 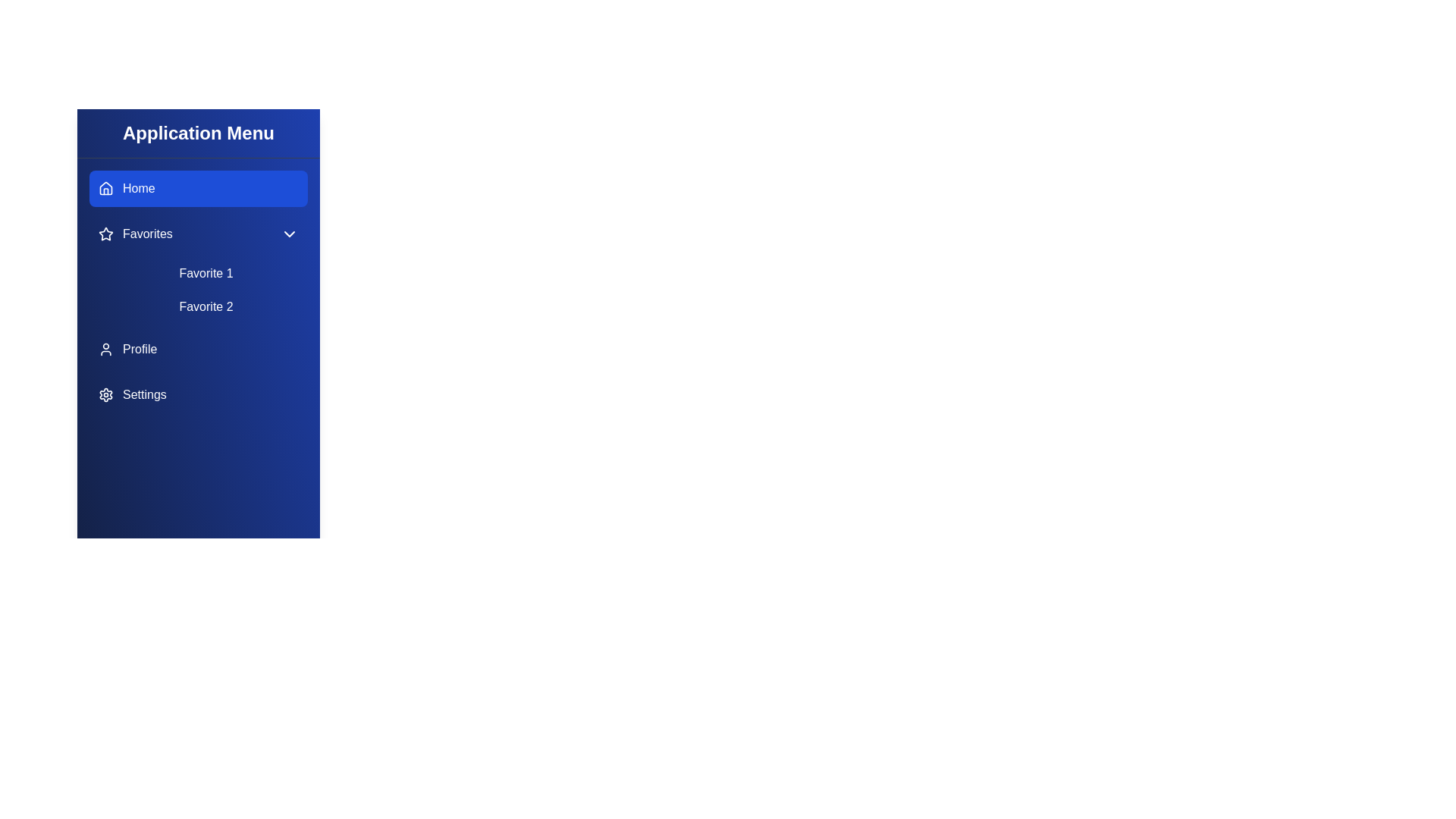 I want to click on the fourth item, so click(x=198, y=350).